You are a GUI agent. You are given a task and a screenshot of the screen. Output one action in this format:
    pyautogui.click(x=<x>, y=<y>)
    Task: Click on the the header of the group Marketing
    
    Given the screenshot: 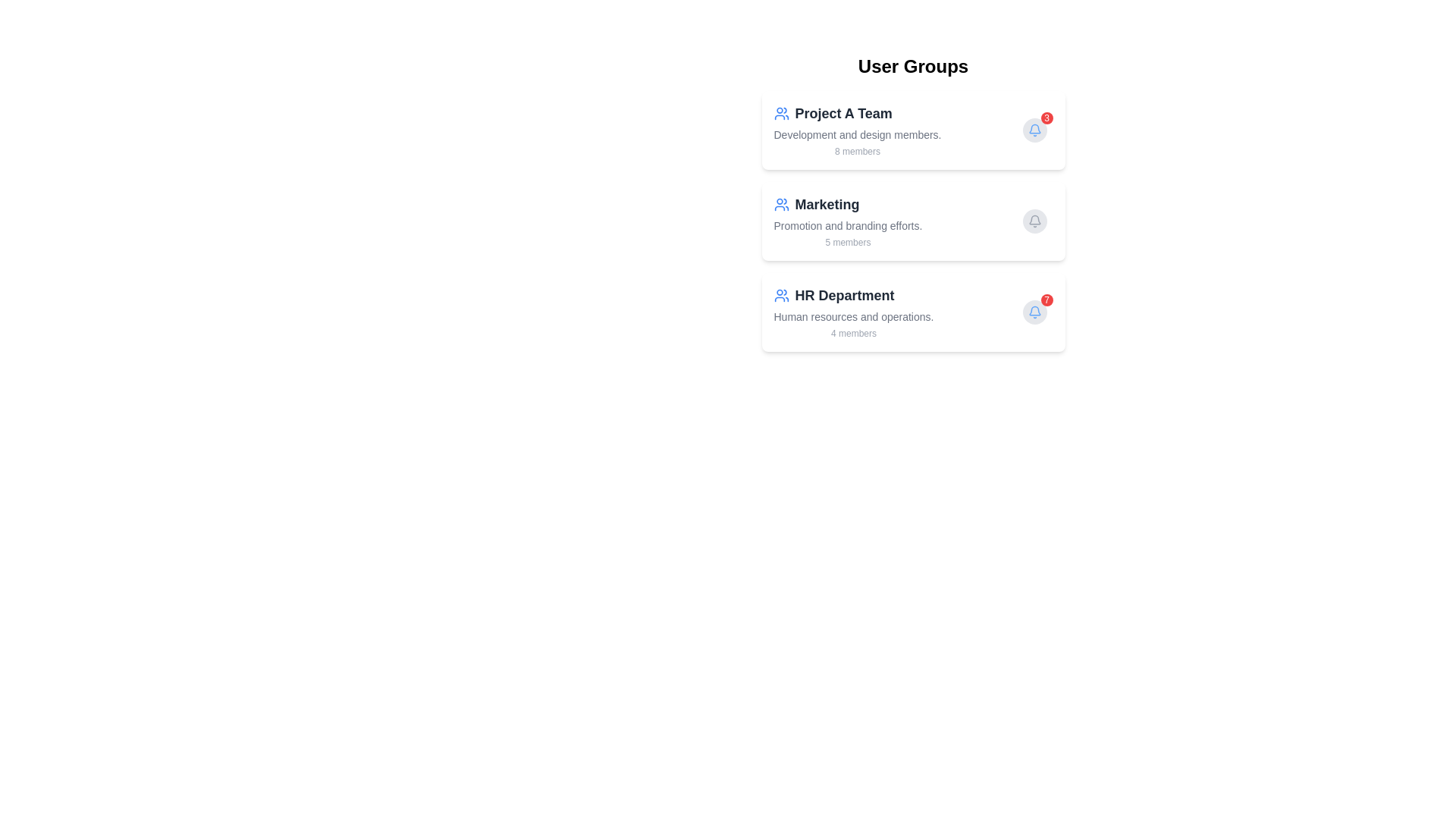 What is the action you would take?
    pyautogui.click(x=847, y=205)
    